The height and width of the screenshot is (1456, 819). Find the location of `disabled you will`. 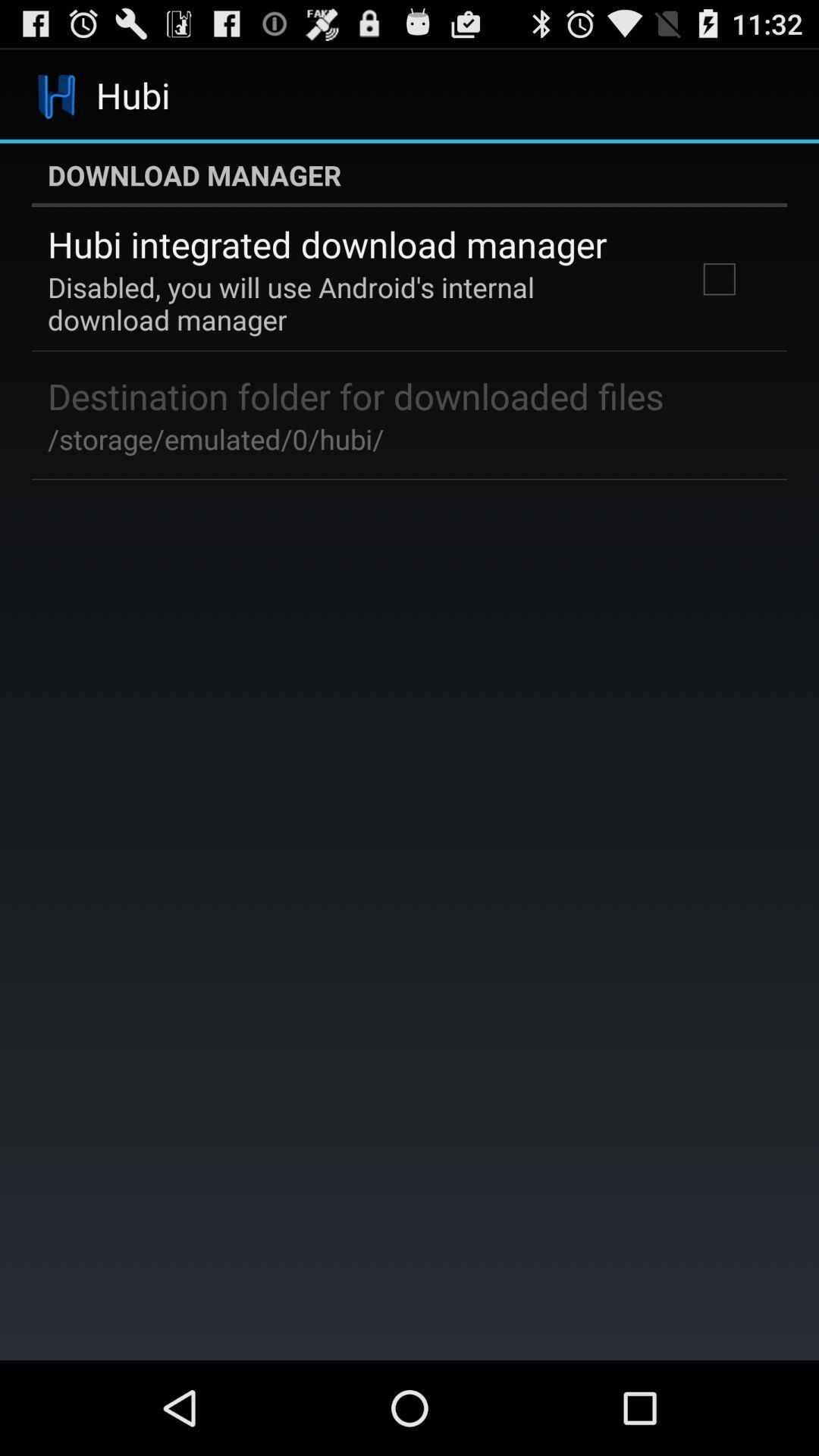

disabled you will is located at coordinates (351, 303).